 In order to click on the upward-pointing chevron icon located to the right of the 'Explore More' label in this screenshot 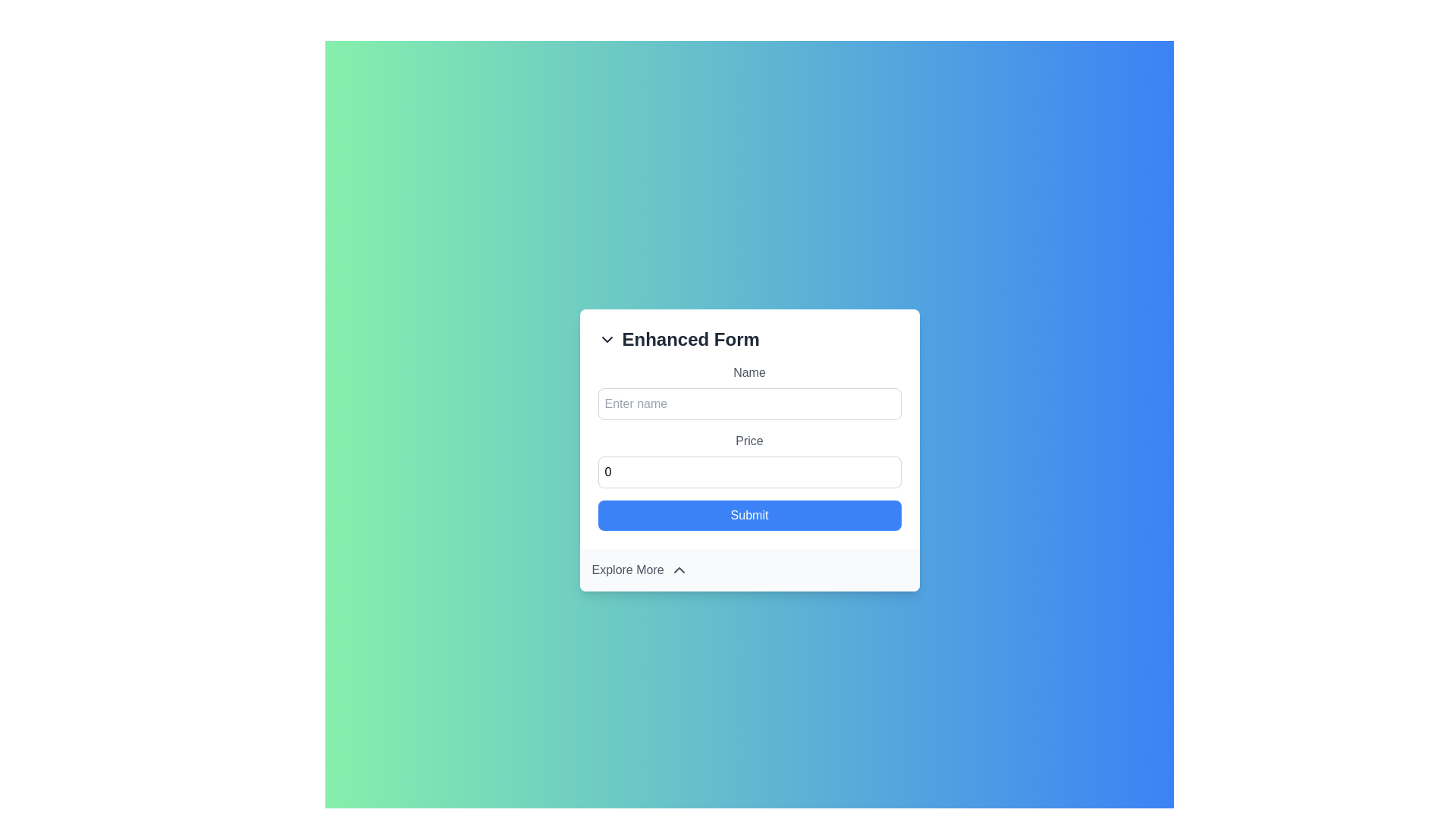, I will do `click(678, 570)`.